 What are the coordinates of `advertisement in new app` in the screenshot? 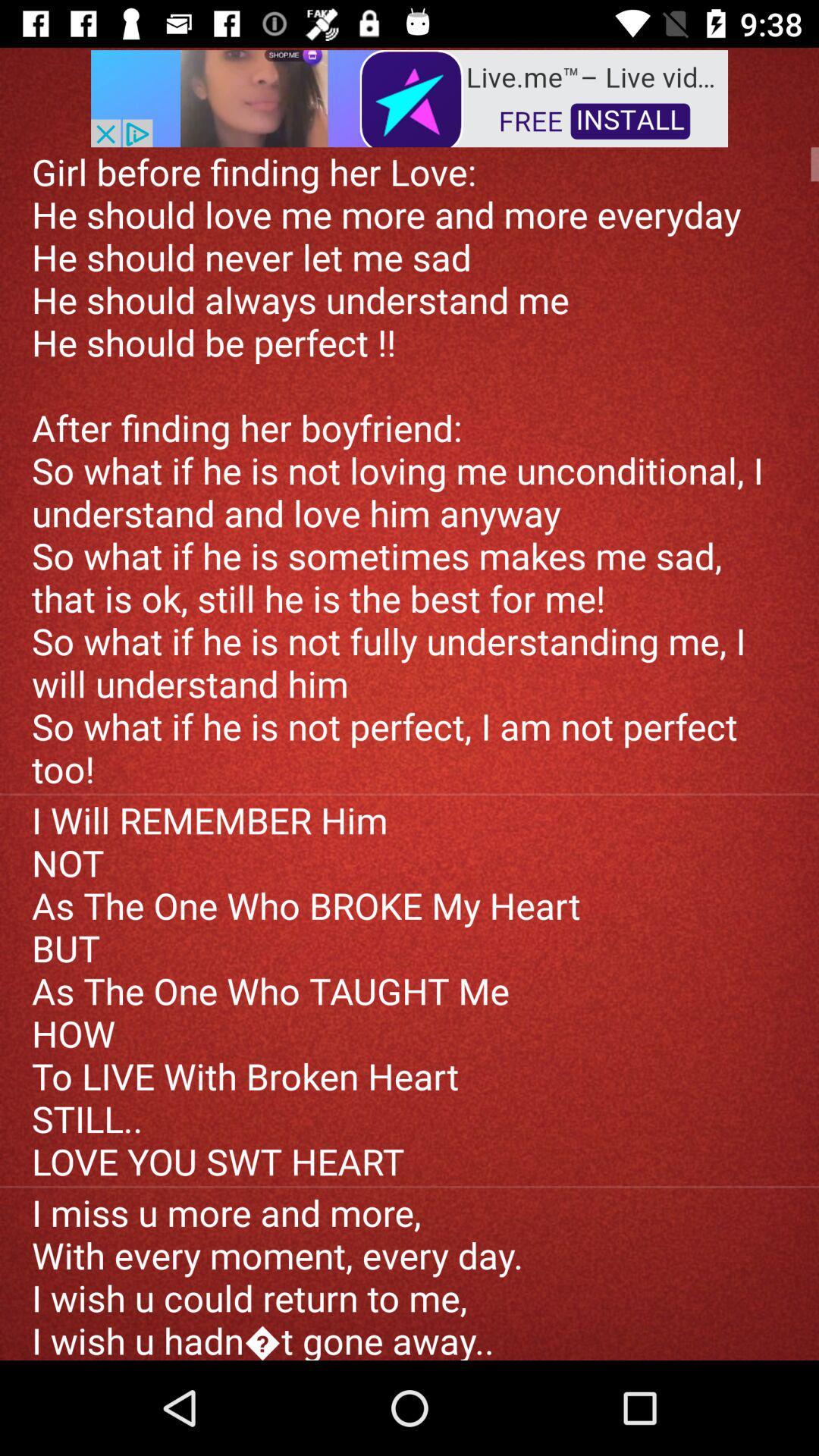 It's located at (409, 96).